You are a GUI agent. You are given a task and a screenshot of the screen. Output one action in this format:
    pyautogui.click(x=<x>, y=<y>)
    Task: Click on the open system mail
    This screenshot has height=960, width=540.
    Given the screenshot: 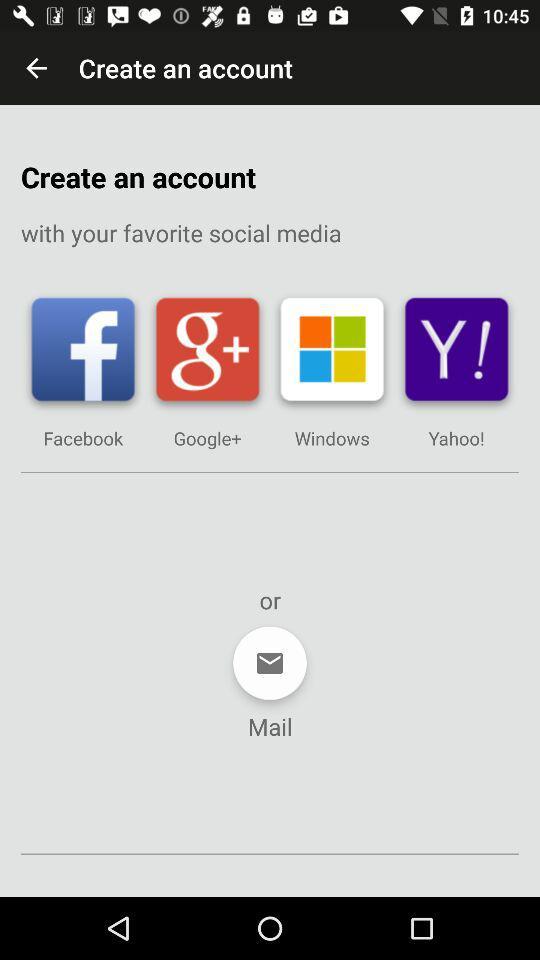 What is the action you would take?
    pyautogui.click(x=270, y=663)
    